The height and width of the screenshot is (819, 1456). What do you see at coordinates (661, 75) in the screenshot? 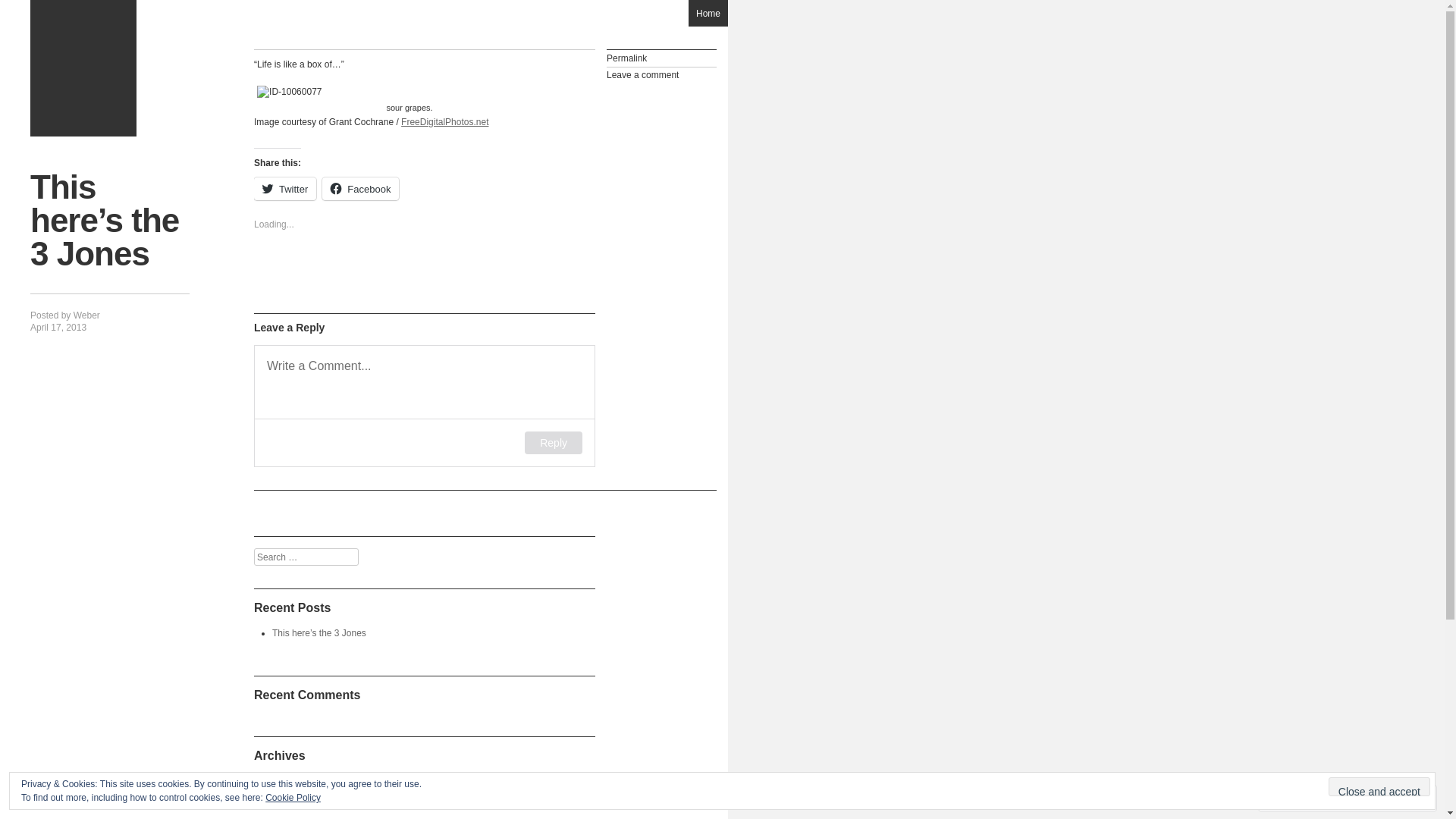
I see `'Leave a comment'` at bounding box center [661, 75].